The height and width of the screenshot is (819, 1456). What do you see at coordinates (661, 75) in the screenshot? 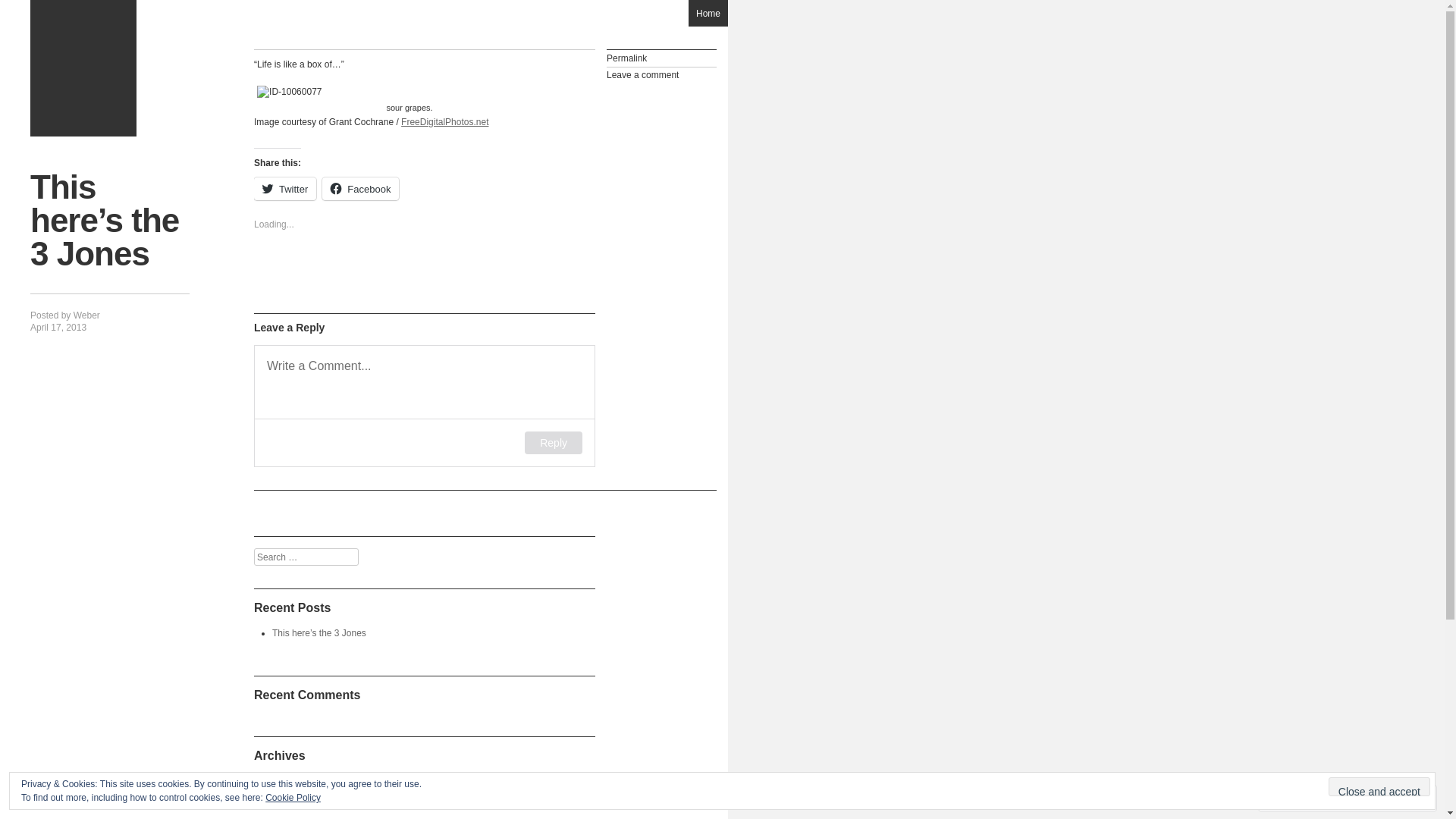
I see `'Leave a comment'` at bounding box center [661, 75].